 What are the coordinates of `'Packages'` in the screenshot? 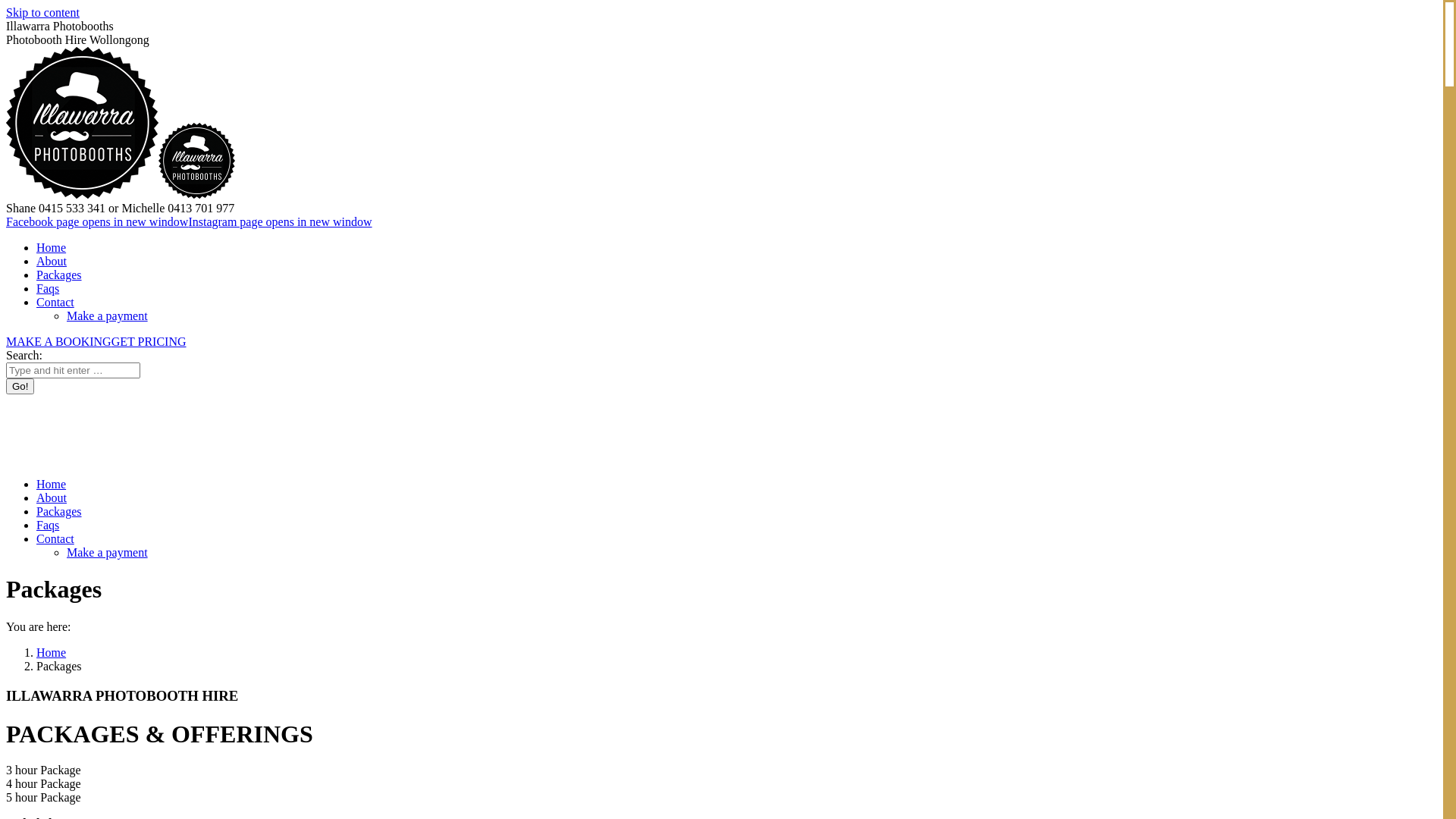 It's located at (58, 511).